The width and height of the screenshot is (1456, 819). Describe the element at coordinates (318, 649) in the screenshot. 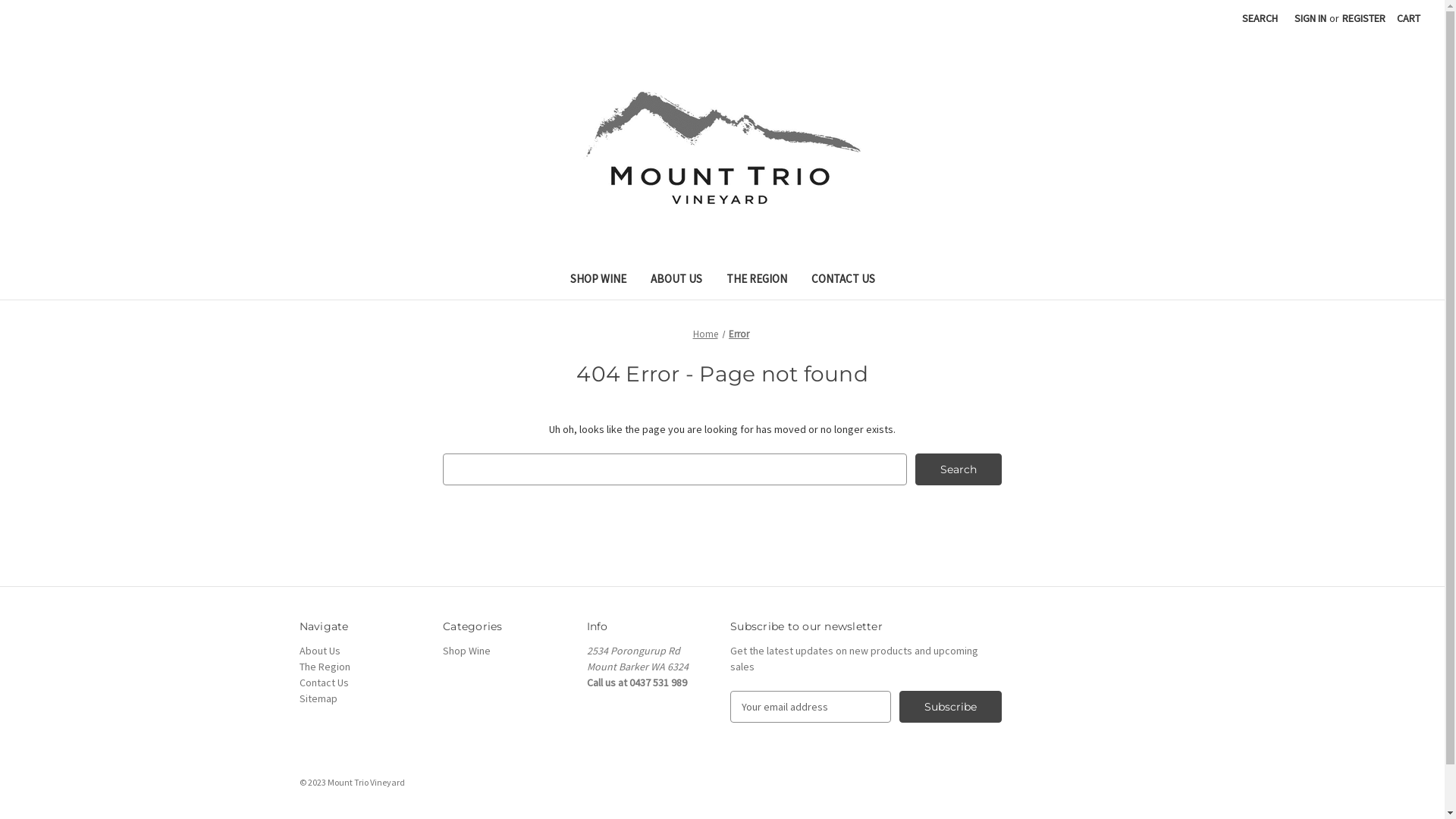

I see `'About Us'` at that location.